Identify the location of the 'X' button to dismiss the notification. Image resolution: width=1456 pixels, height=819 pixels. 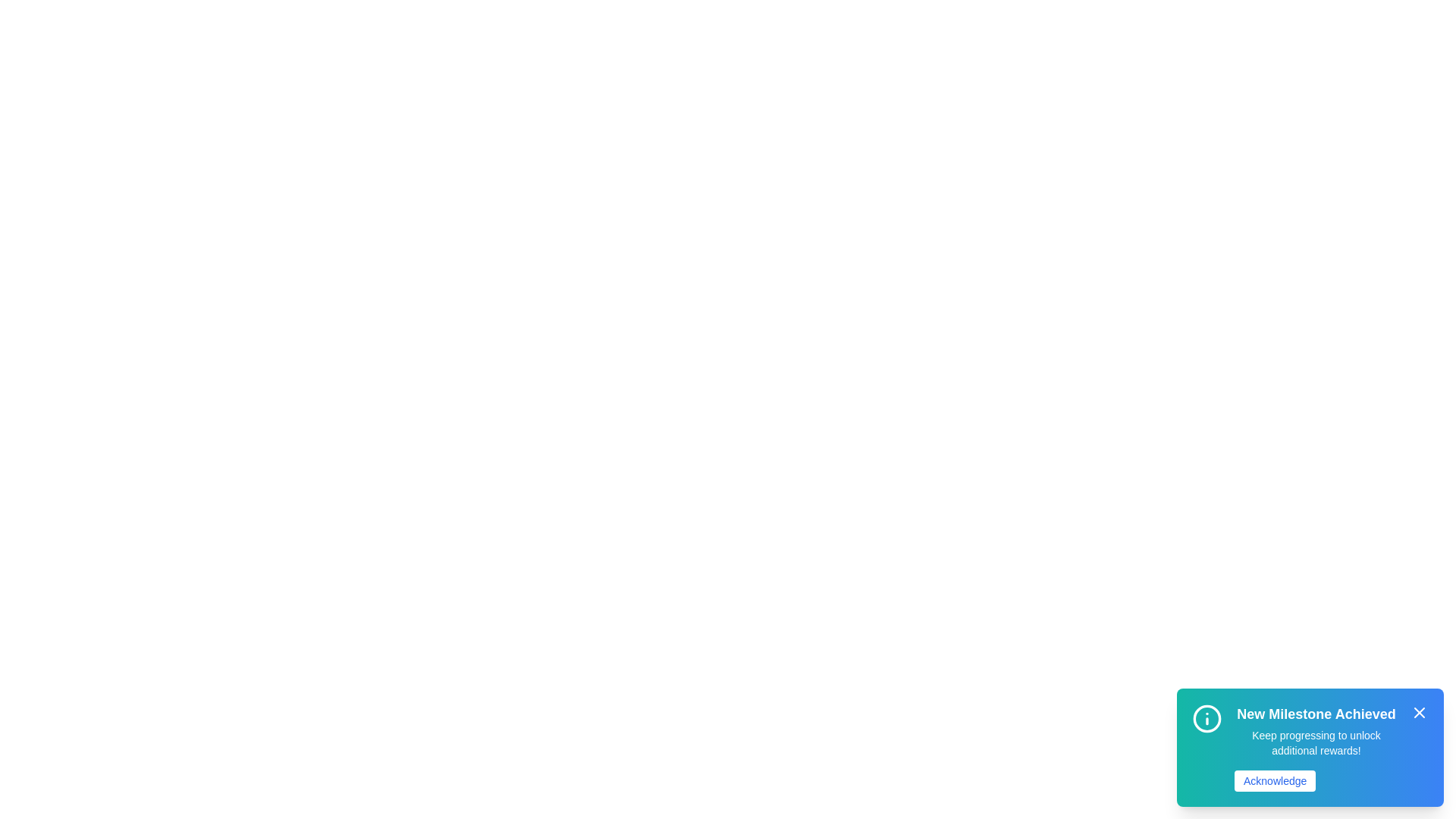
(1419, 713).